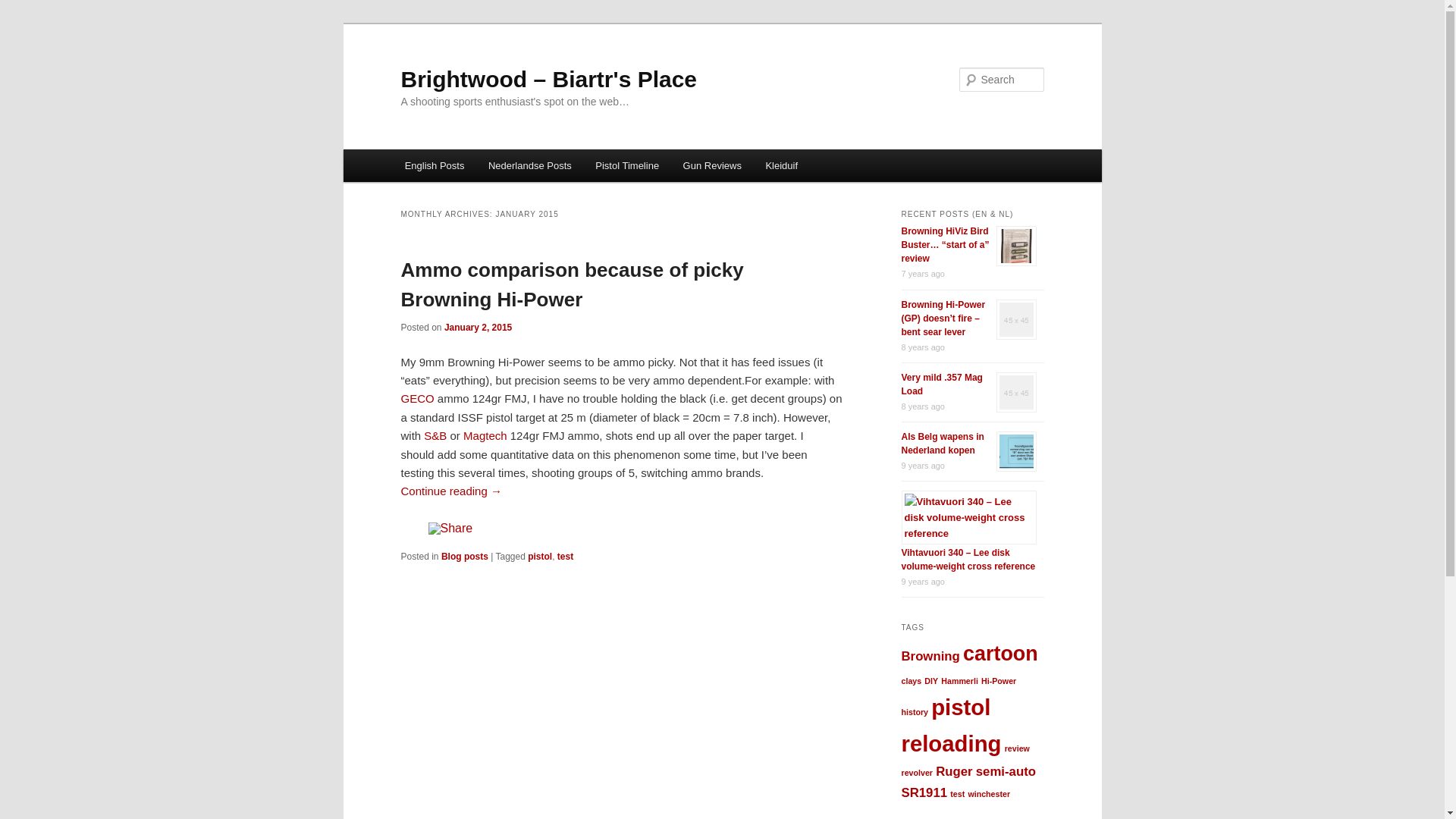 This screenshot has width=1456, height=819. Describe the element at coordinates (435, 435) in the screenshot. I see `'S&B'` at that location.